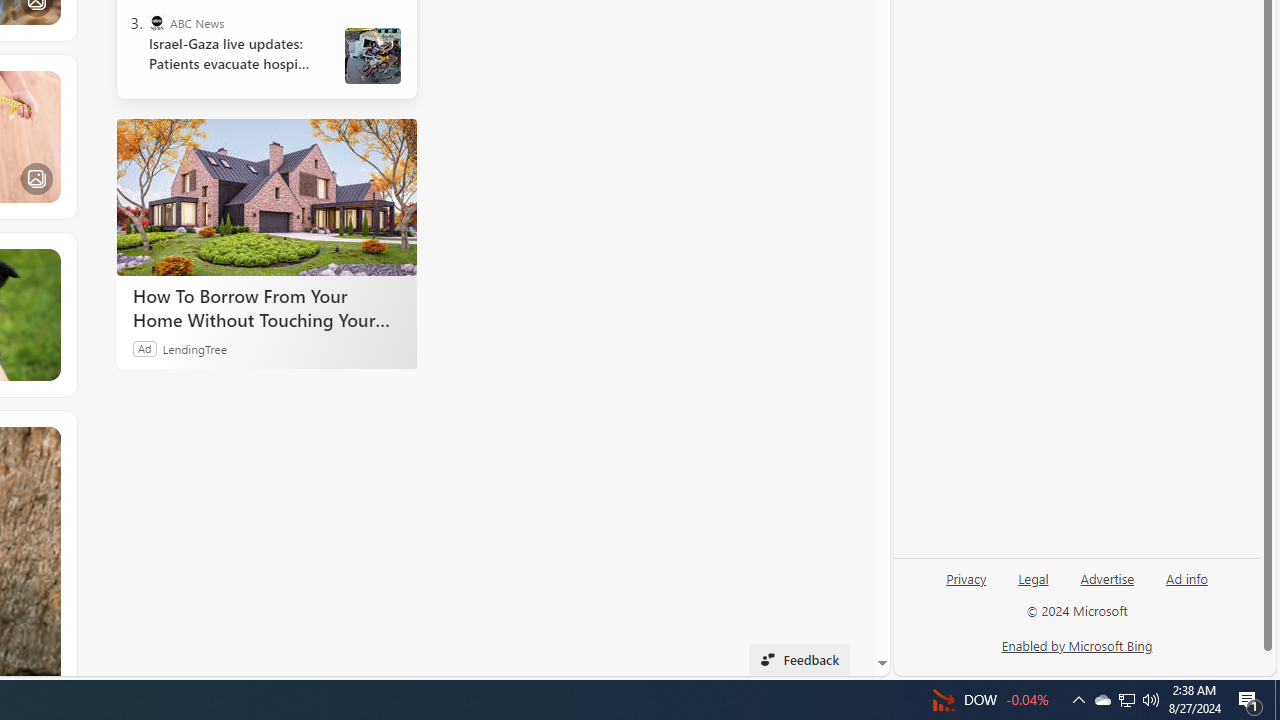 This screenshot has height=720, width=1280. Describe the element at coordinates (144, 347) in the screenshot. I see `'Ad'` at that location.